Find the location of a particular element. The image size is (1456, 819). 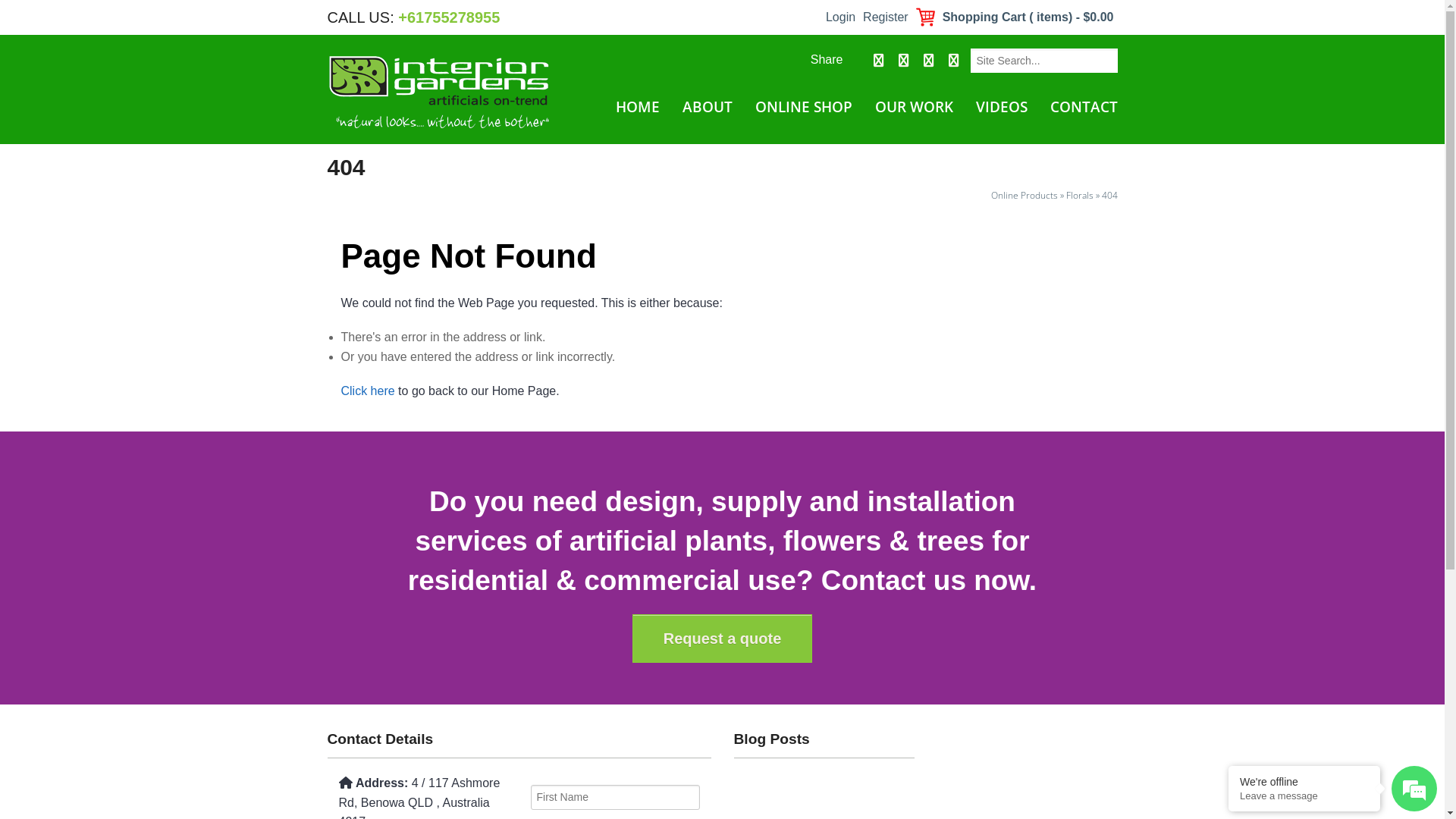

'Register' is located at coordinates (858, 17).